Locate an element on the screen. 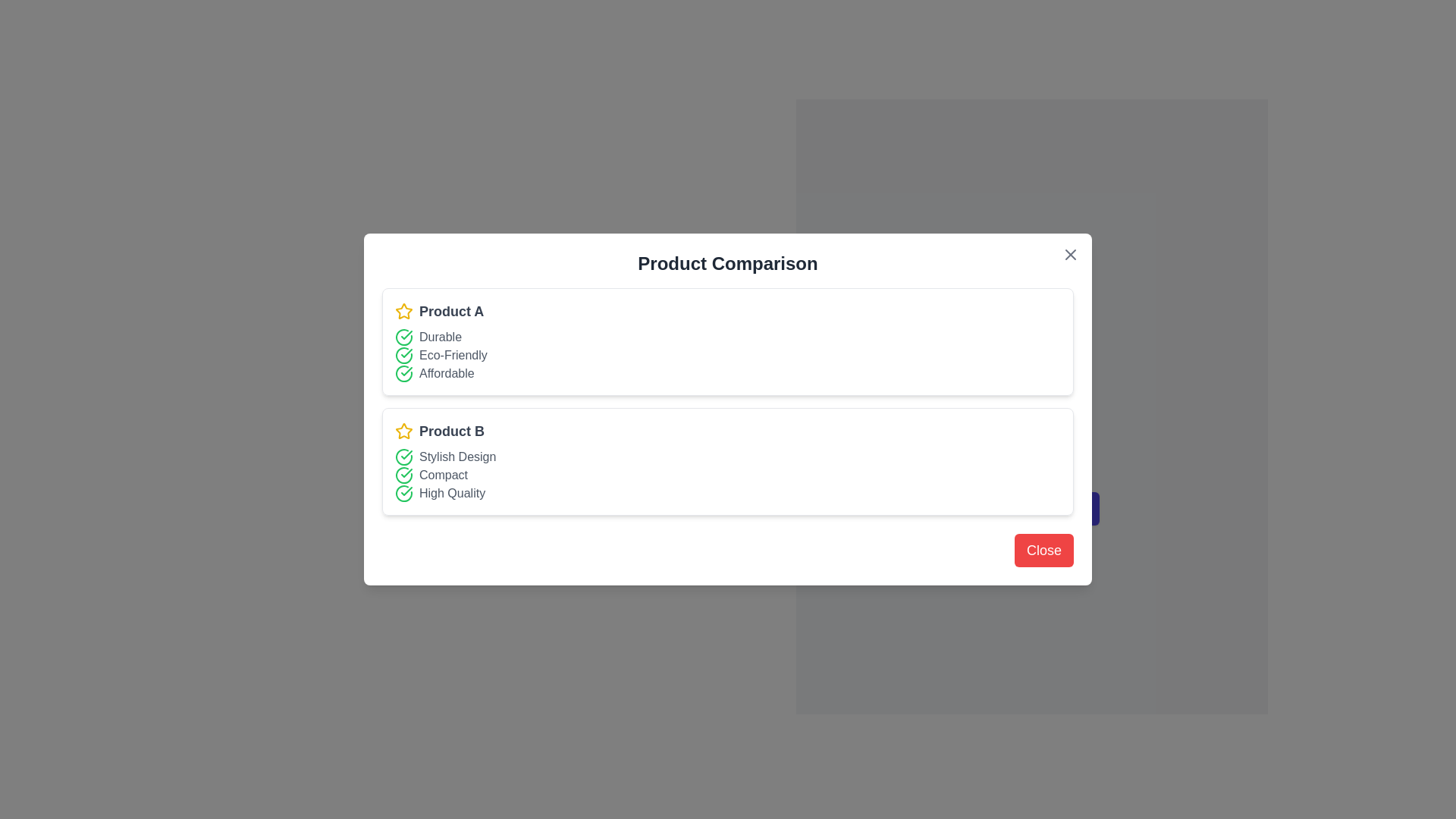 This screenshot has width=1456, height=819. the icon indicating that the 'High Quality' feature is applicable for 'Product B', located to the left of the 'High Quality' text is located at coordinates (403, 494).